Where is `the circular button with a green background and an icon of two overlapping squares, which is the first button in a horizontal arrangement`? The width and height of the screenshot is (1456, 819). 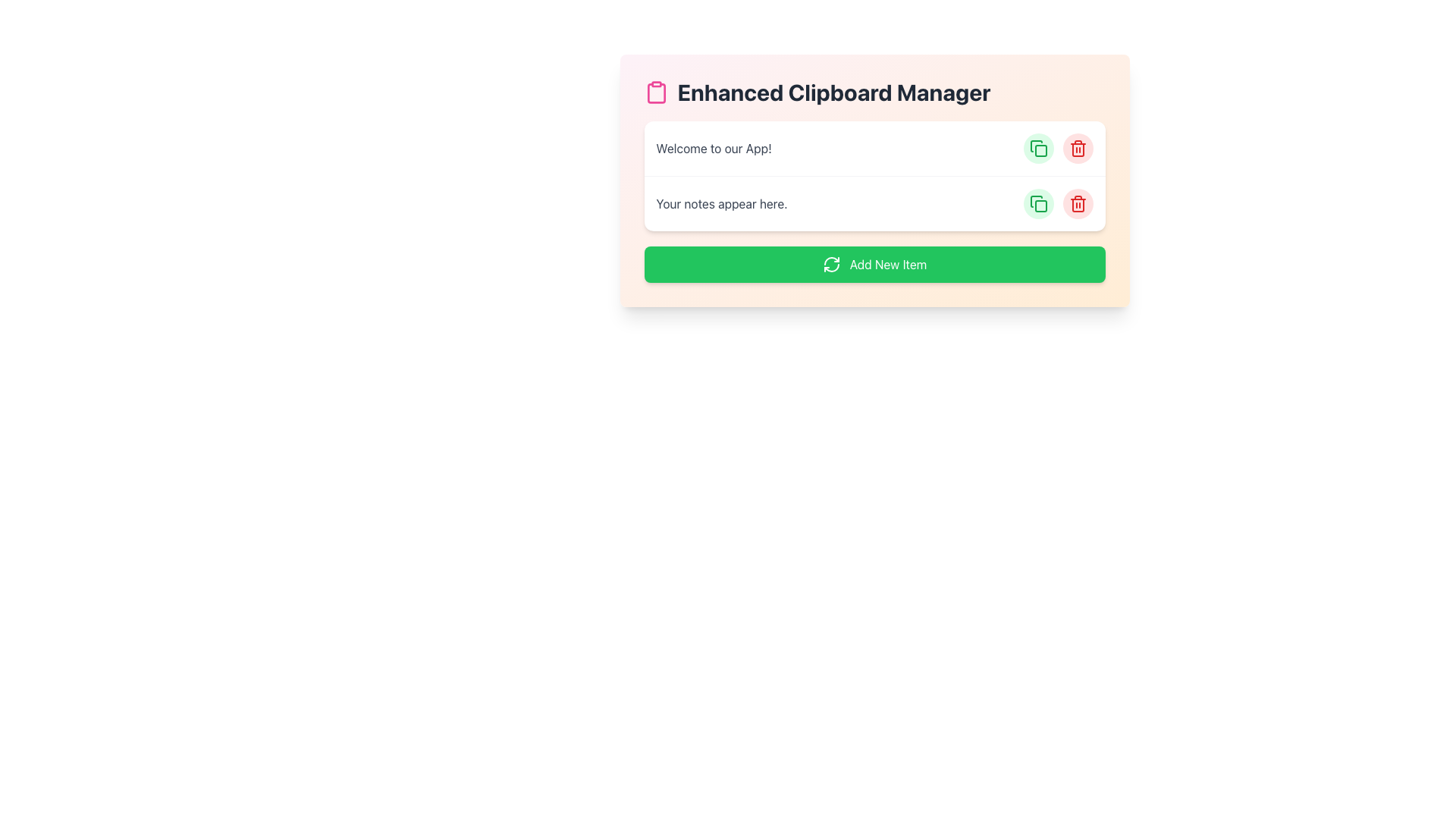
the circular button with a green background and an icon of two overlapping squares, which is the first button in a horizontal arrangement is located at coordinates (1037, 149).